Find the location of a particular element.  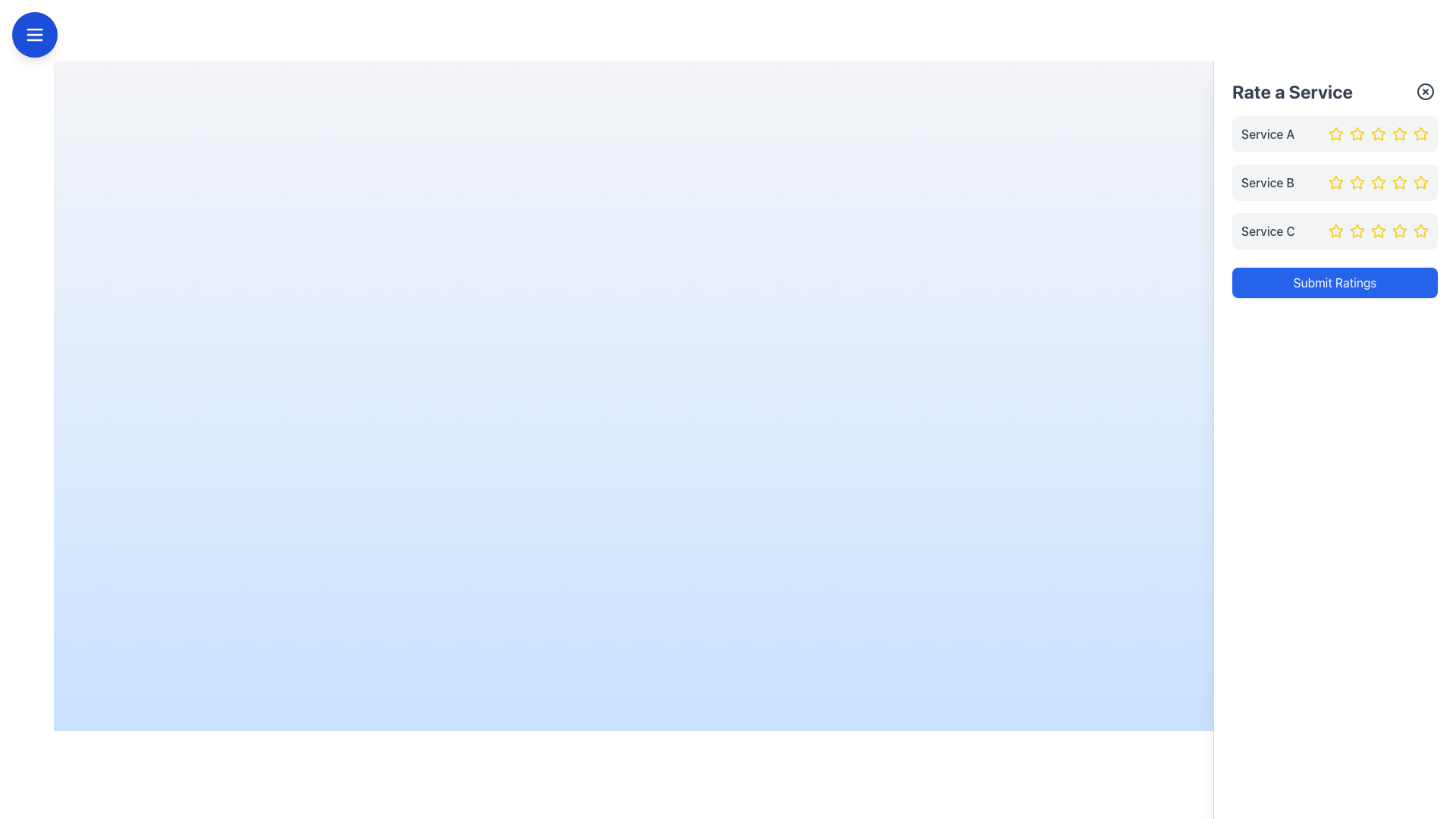

the circular close button in the top-right corner of the 'Rate a Service' panel to close the panel is located at coordinates (1425, 91).